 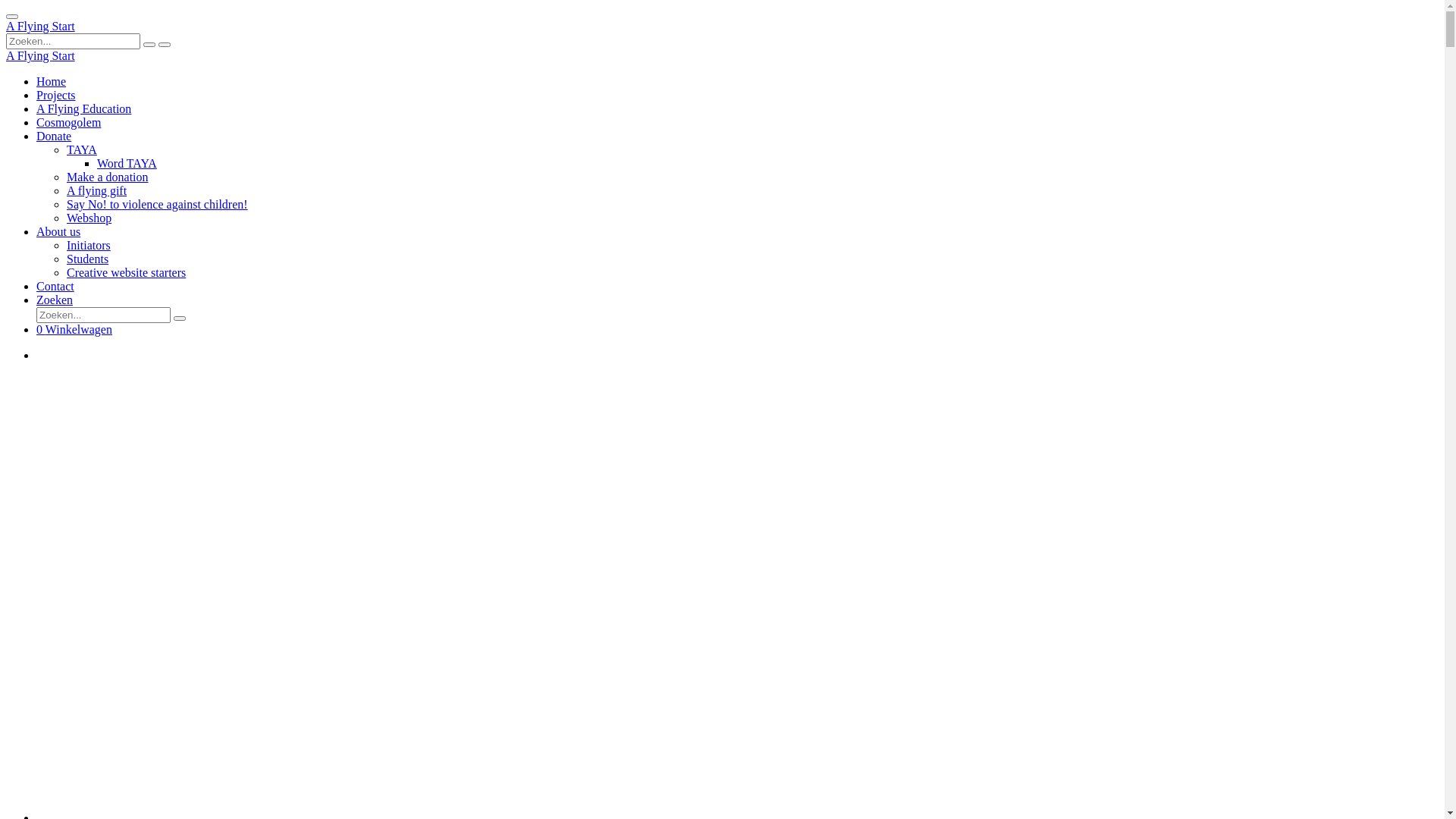 What do you see at coordinates (73, 328) in the screenshot?
I see `'0 Winkelwagen'` at bounding box center [73, 328].